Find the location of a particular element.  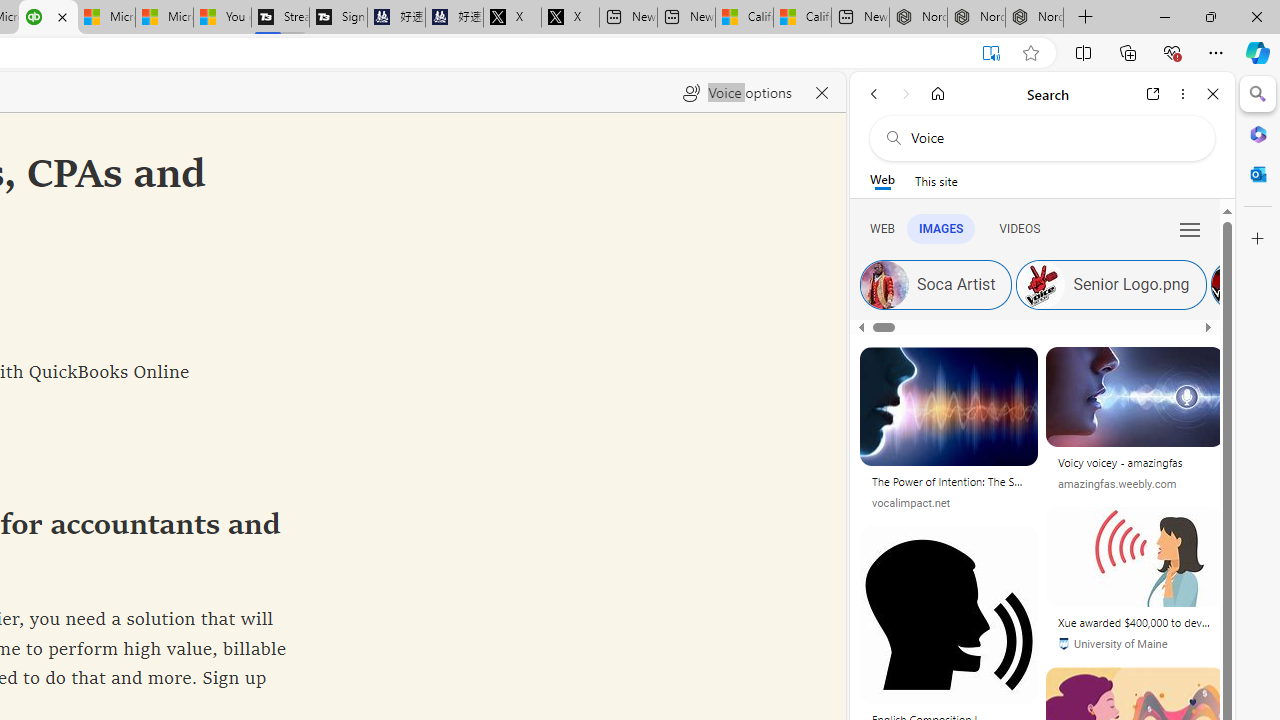

'More options' is located at coordinates (1182, 93).